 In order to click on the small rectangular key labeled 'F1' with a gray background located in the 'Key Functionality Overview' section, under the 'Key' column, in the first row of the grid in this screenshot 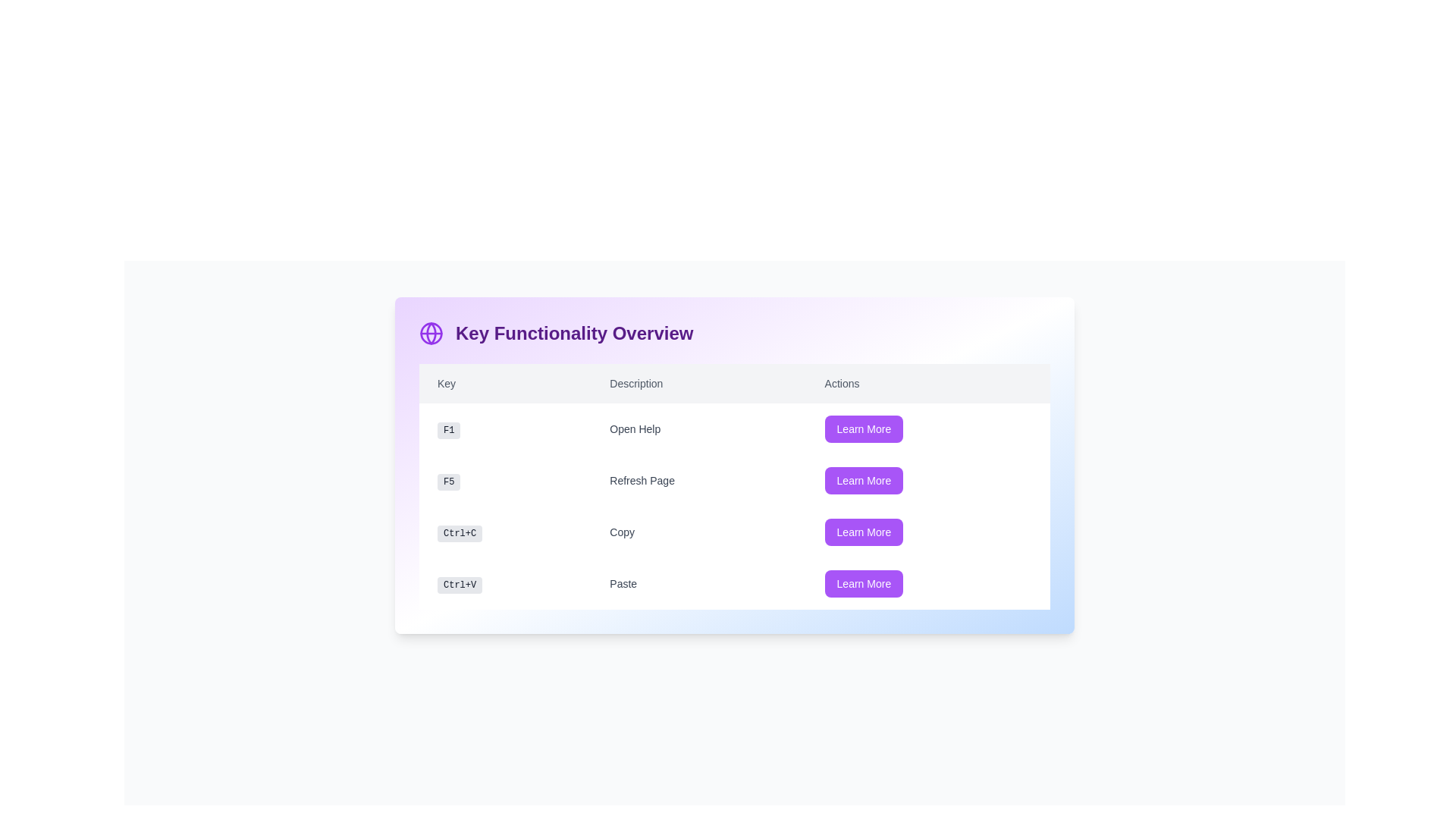, I will do `click(448, 430)`.